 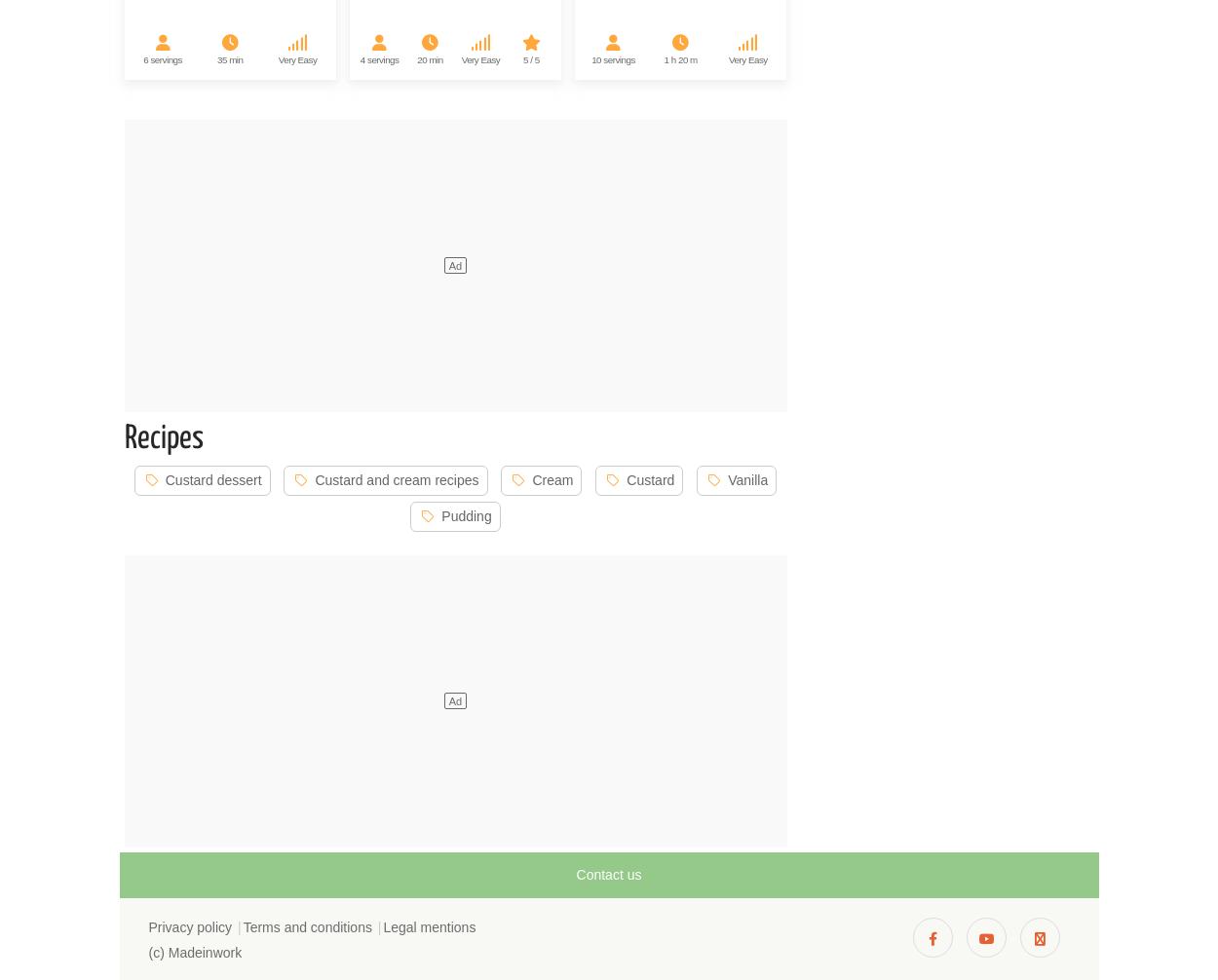 I want to click on 'Custard', so click(x=650, y=478).